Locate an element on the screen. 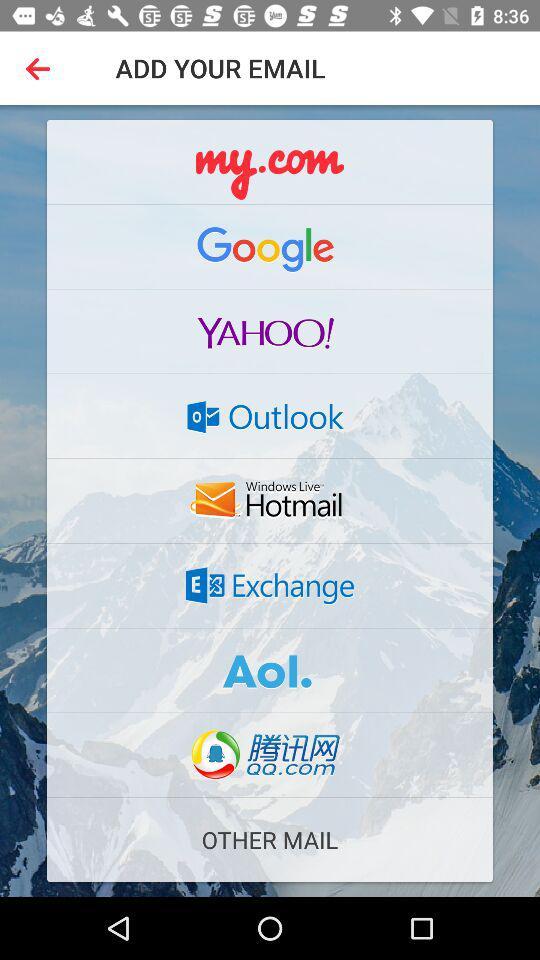  aol is located at coordinates (270, 670).